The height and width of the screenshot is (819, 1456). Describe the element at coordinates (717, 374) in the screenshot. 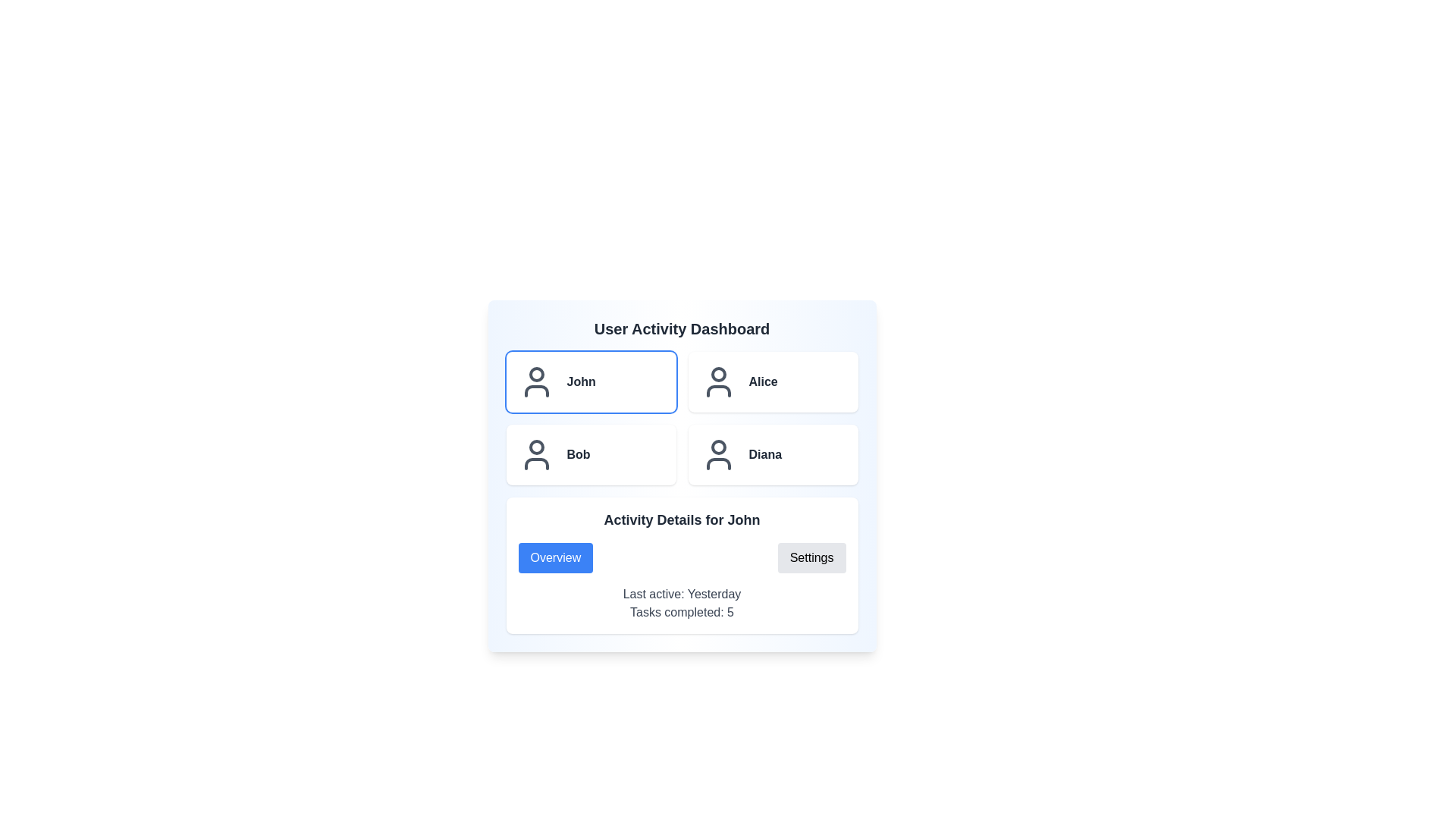

I see `the circular graphical component representing Alice's user profile icon located in the top-right quadrant of the user dashboard` at that location.